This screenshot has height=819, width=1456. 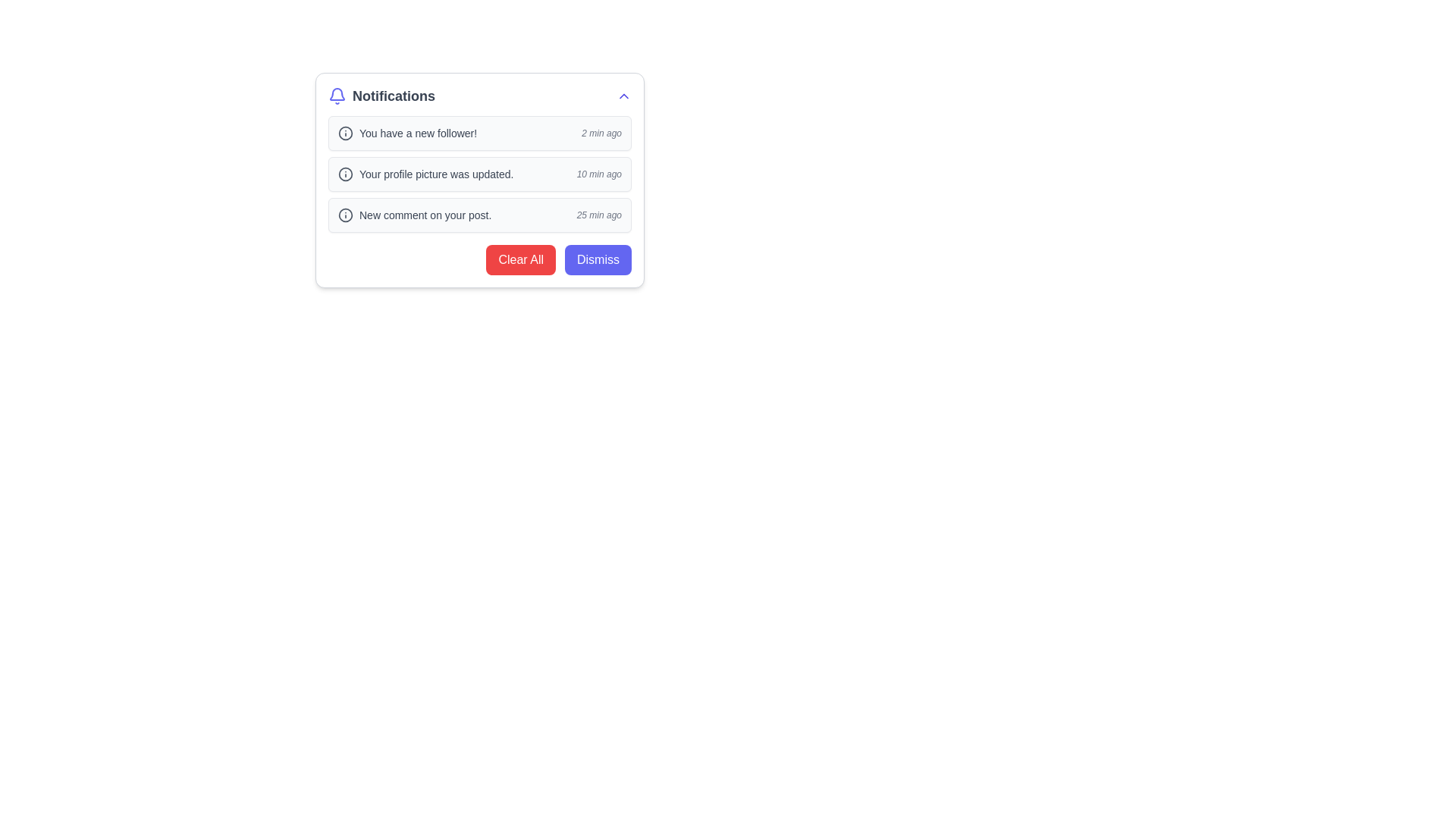 I want to click on on the topmost notification item in the notification panel, so click(x=479, y=133).